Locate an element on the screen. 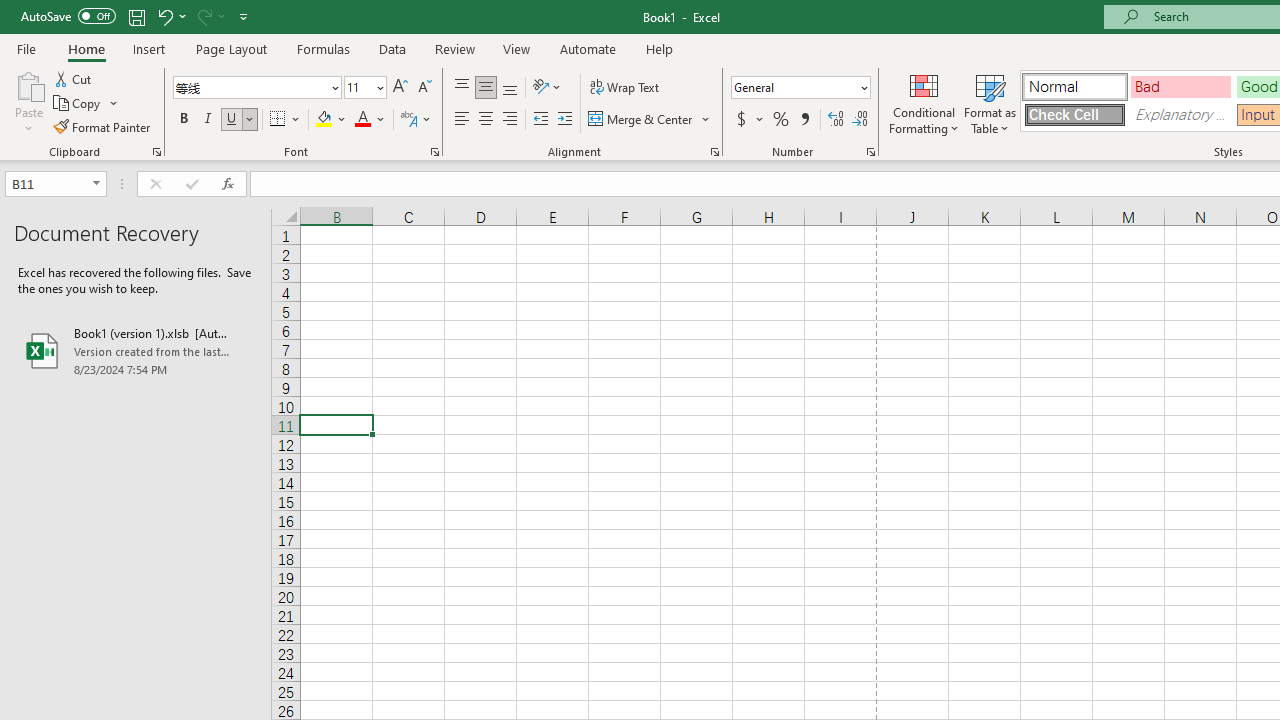 The image size is (1280, 720). 'Orientation' is located at coordinates (547, 86).